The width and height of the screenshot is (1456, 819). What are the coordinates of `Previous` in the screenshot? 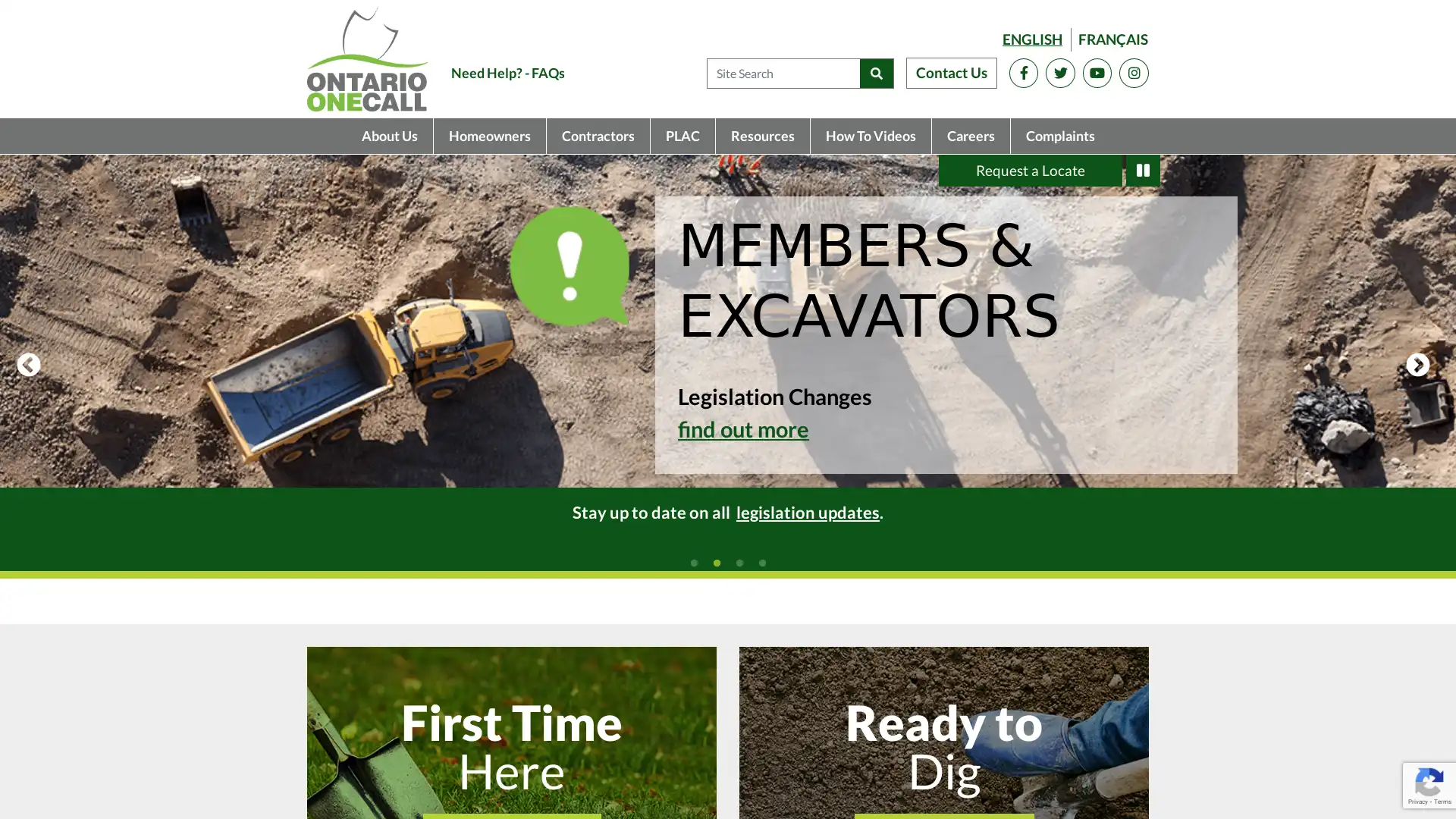 It's located at (29, 366).